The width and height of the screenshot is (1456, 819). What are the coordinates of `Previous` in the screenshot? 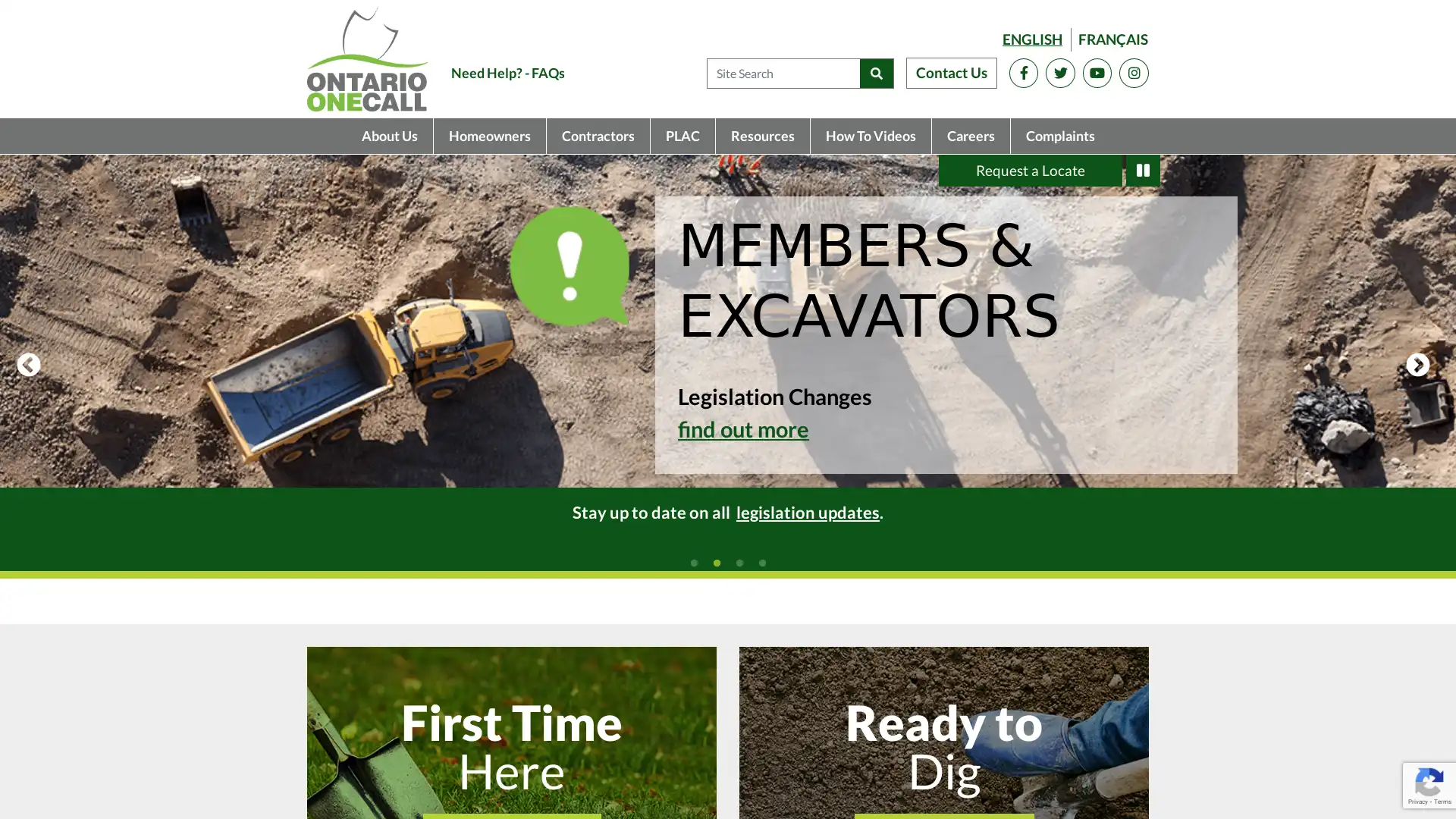 It's located at (29, 366).